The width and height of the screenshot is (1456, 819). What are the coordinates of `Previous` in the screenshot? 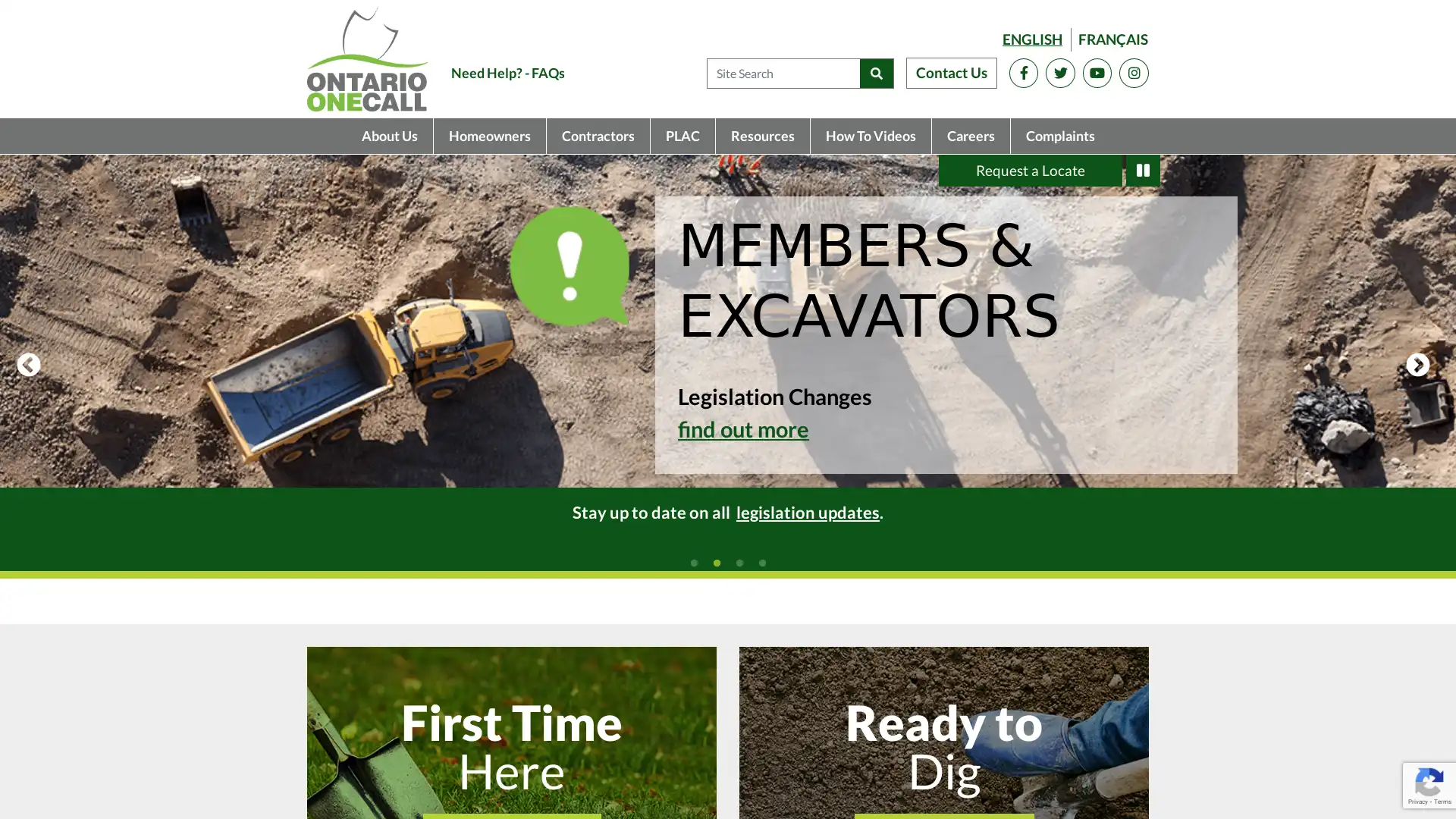 It's located at (29, 366).